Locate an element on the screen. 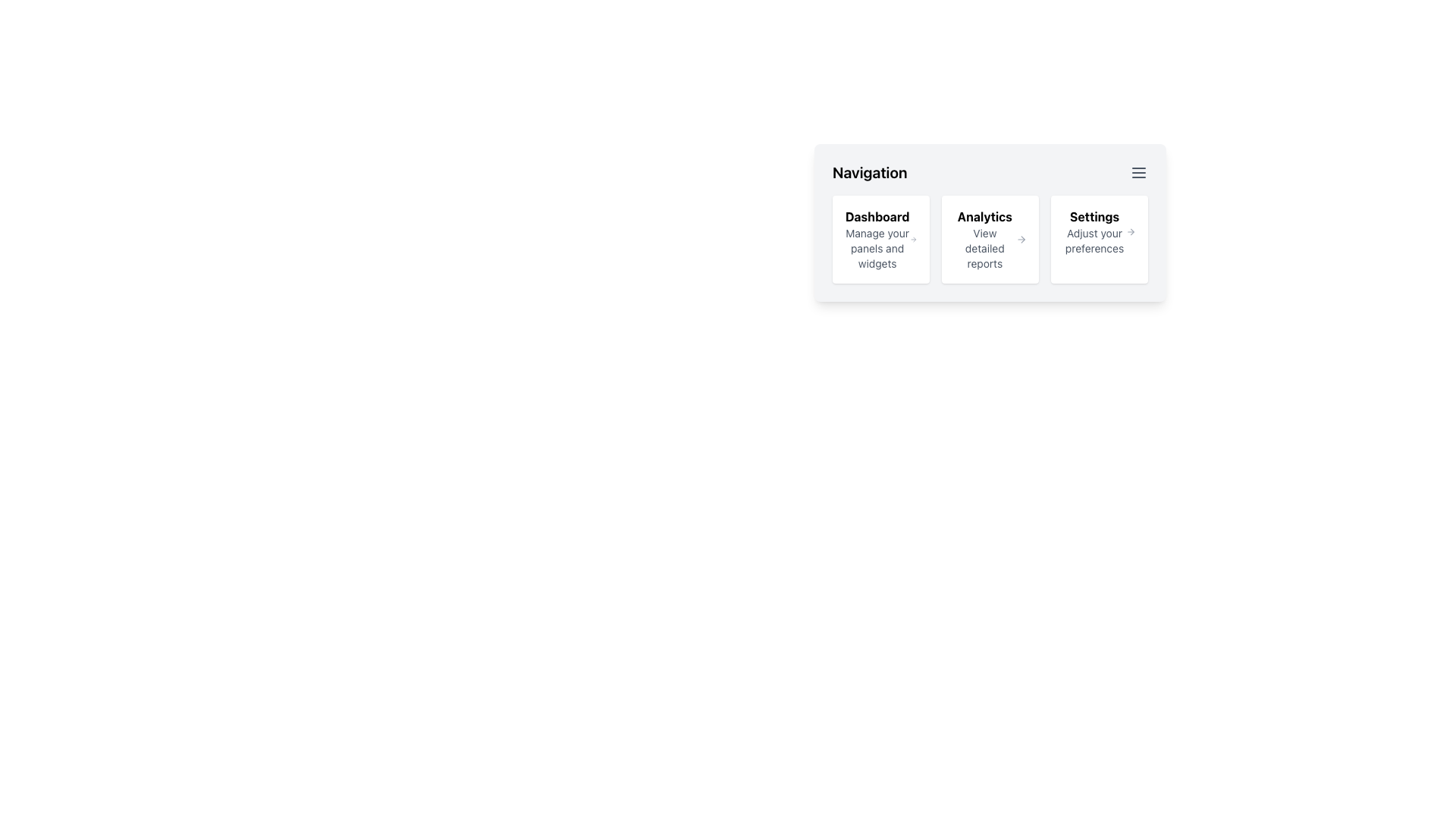 Image resolution: width=1456 pixels, height=819 pixels. the 'Analytics' text label located in the middle card of the navigation panel, which is the second card from the left is located at coordinates (984, 239).